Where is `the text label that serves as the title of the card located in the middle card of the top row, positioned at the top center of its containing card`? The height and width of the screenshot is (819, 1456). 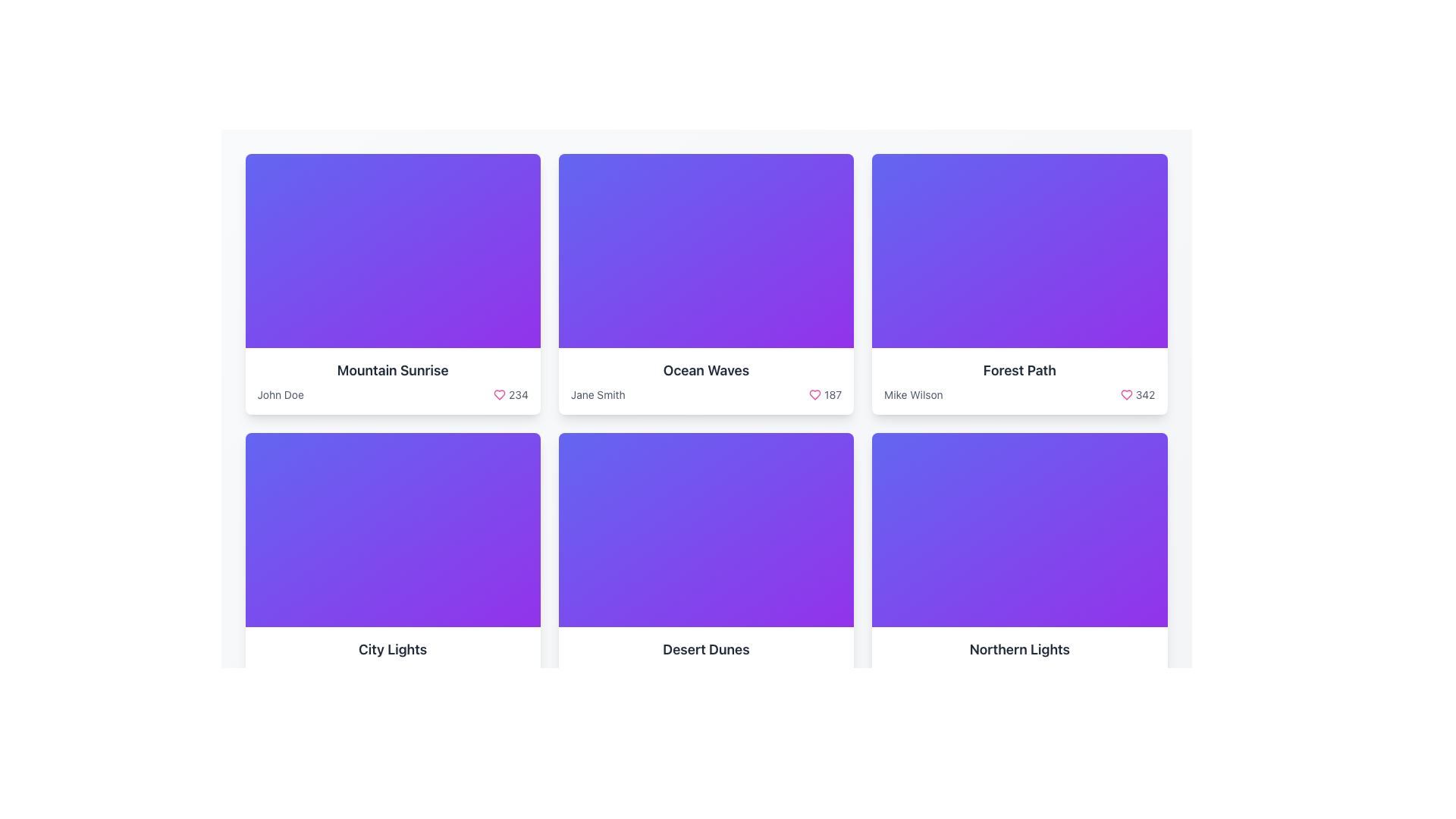 the text label that serves as the title of the card located in the middle card of the top row, positioned at the top center of its containing card is located at coordinates (705, 371).